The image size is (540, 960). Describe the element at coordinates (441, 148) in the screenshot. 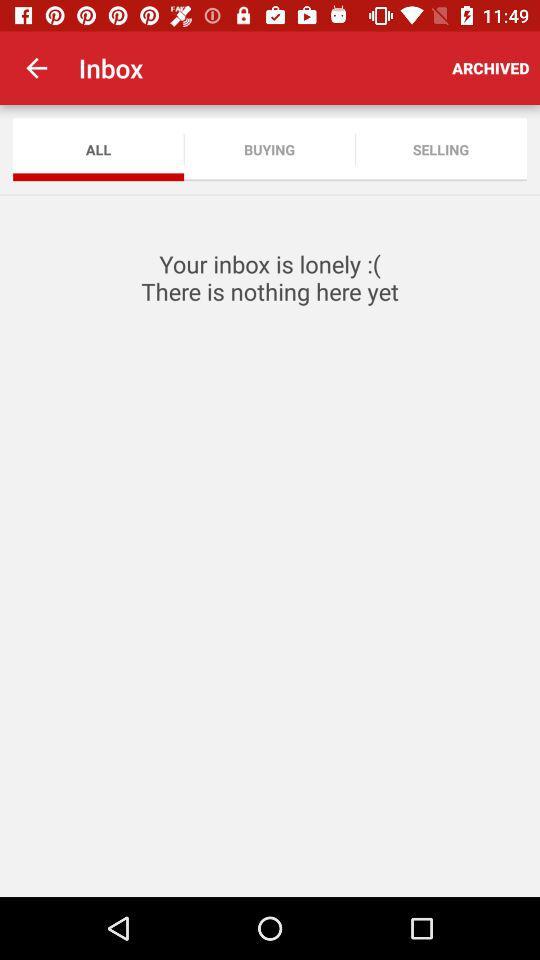

I see `the app to the right of the buying app` at that location.